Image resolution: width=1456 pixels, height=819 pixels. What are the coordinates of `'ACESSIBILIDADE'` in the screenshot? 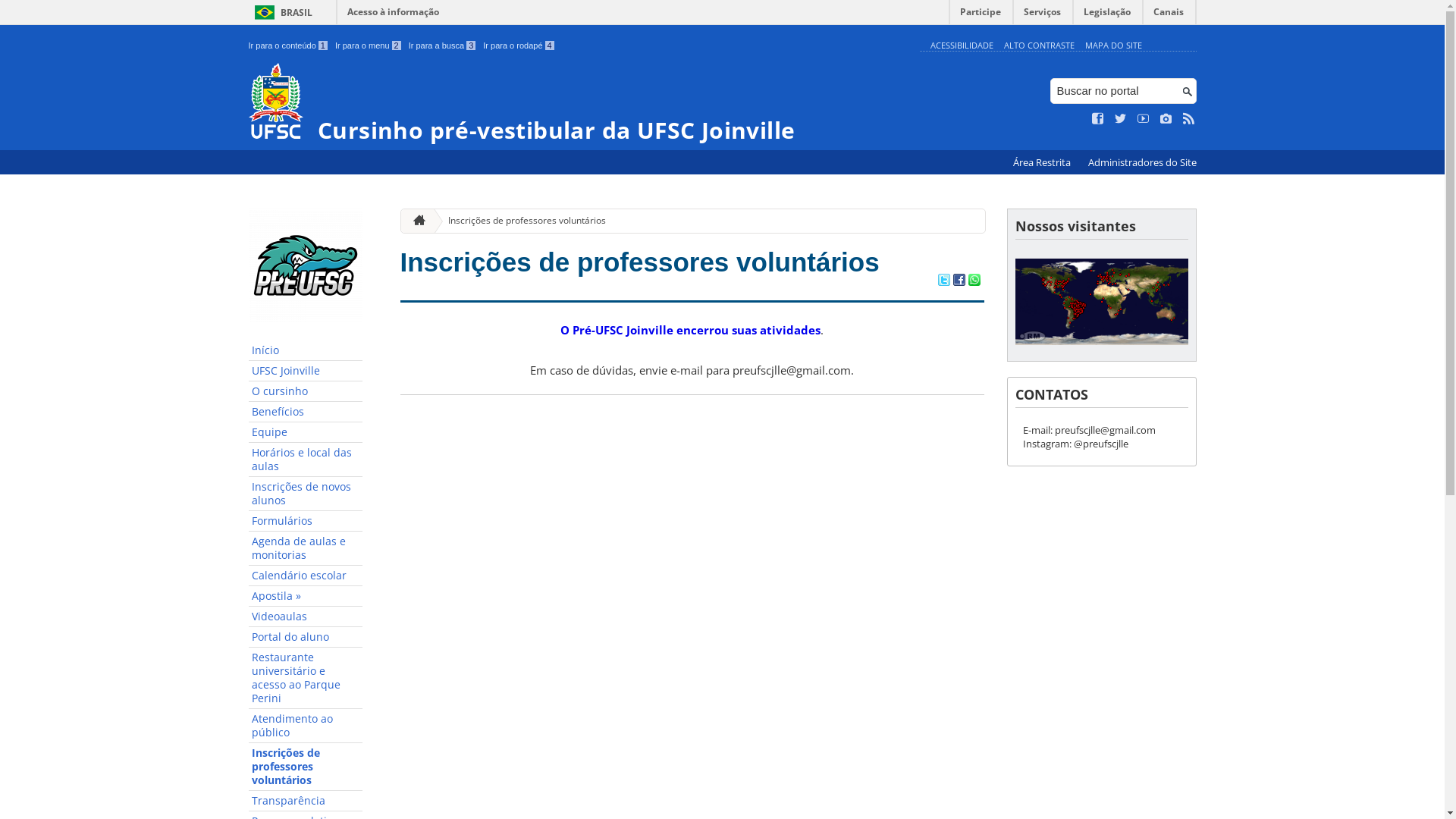 It's located at (960, 44).